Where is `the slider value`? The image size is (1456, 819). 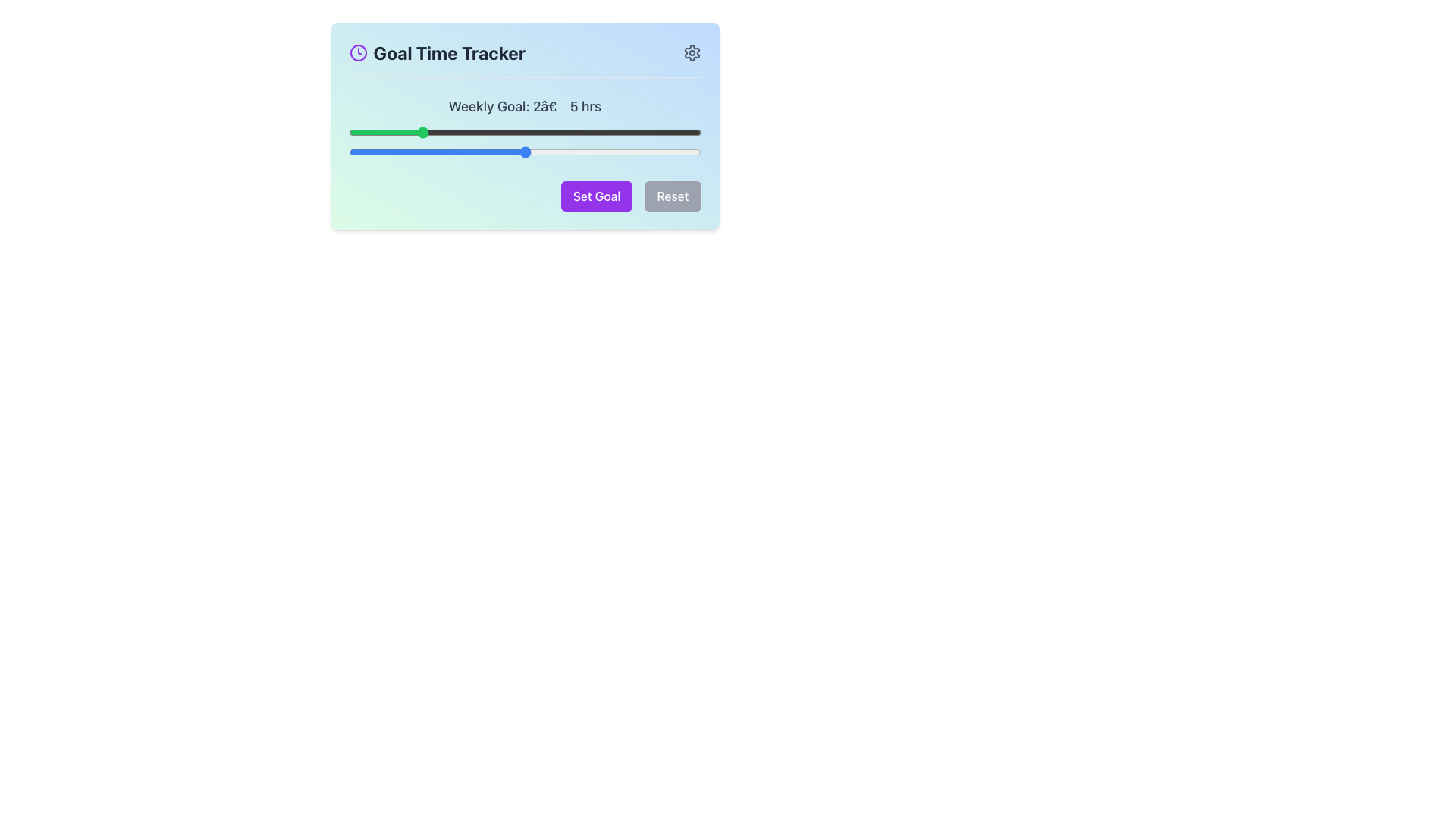
the slider value is located at coordinates (419, 152).